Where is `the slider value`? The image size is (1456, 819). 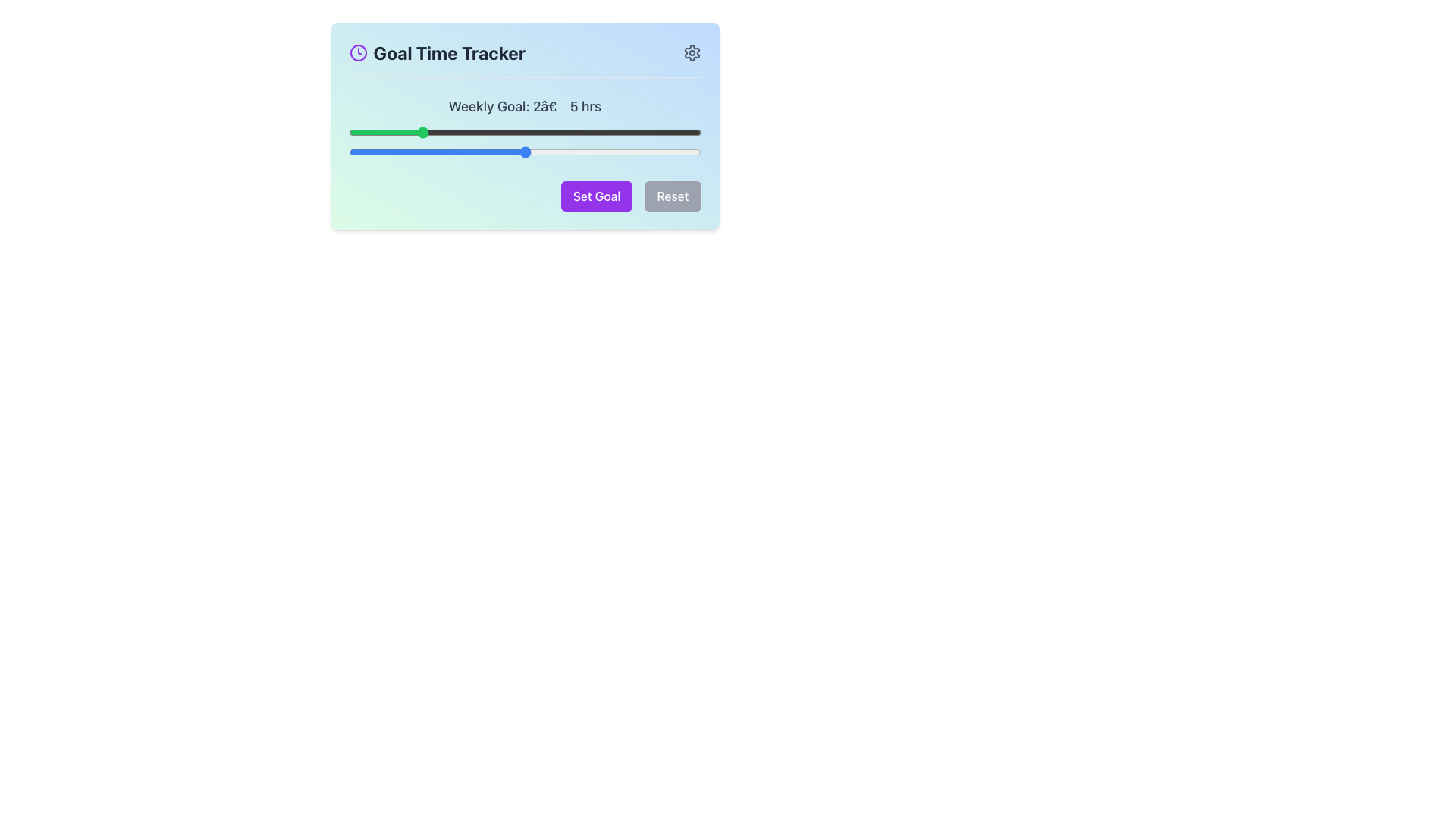
the slider value is located at coordinates (419, 152).